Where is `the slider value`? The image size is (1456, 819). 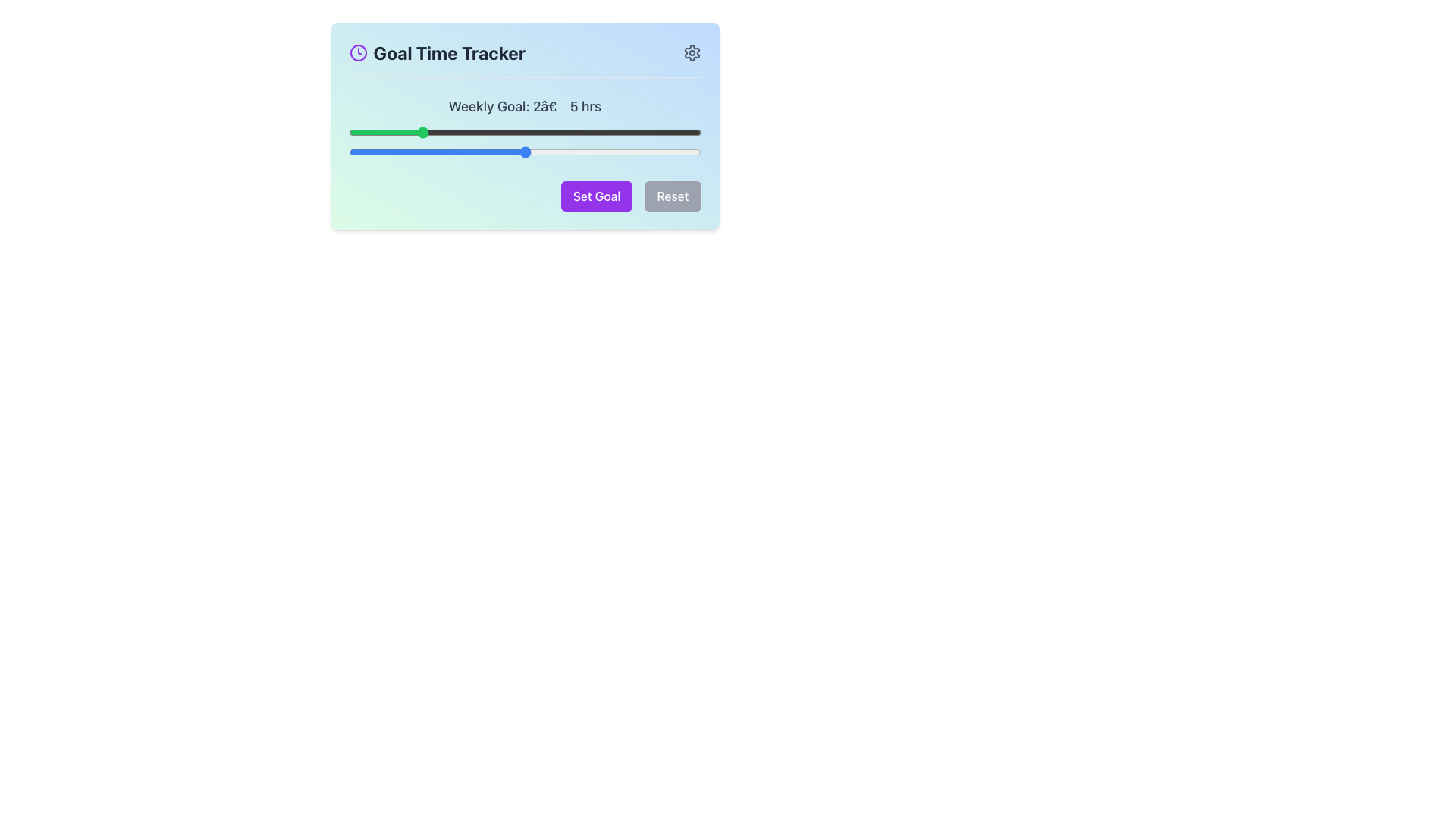
the slider value is located at coordinates (419, 152).